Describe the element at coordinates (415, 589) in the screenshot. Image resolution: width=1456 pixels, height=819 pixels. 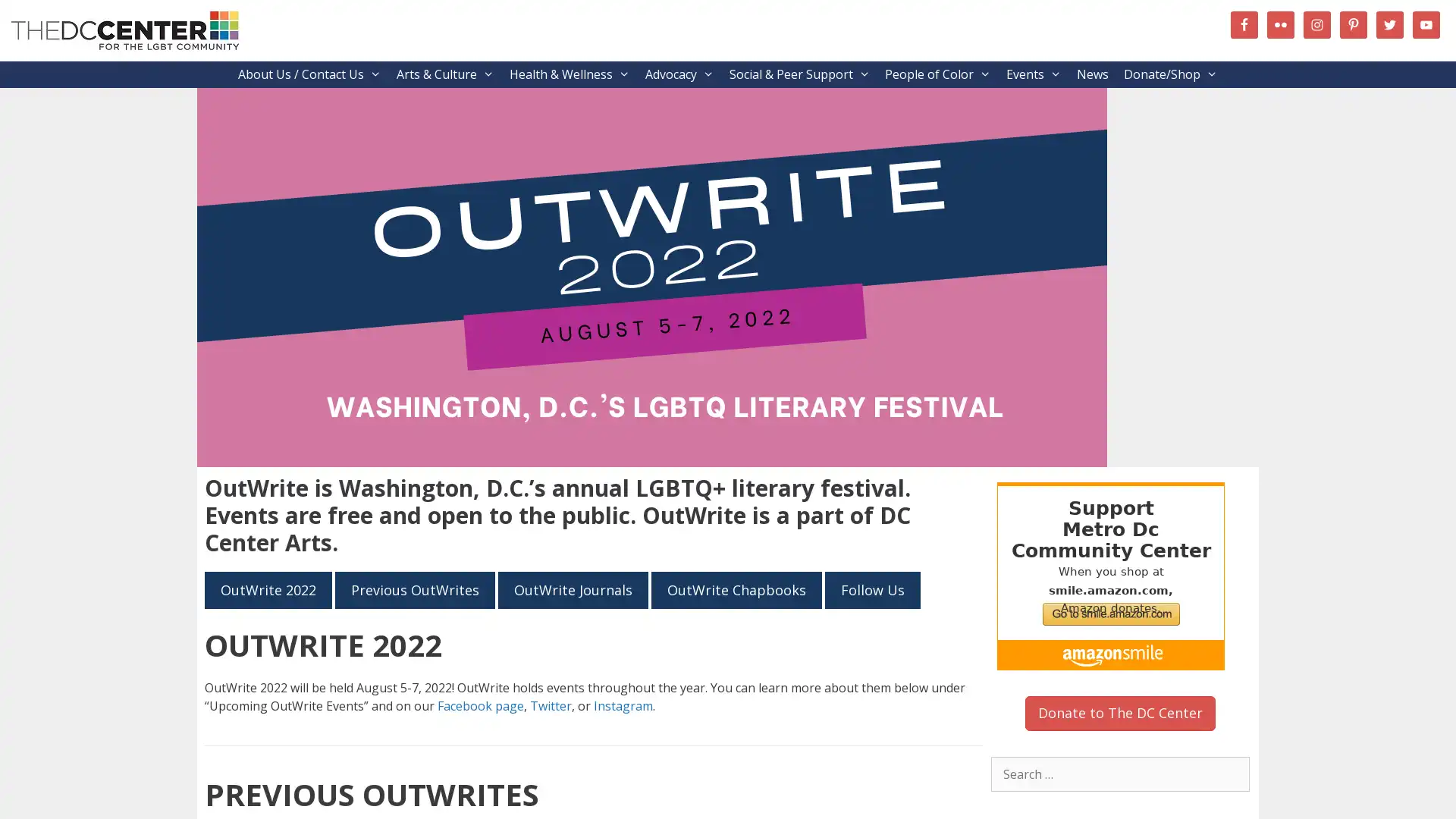
I see `Previous OutWrites` at that location.